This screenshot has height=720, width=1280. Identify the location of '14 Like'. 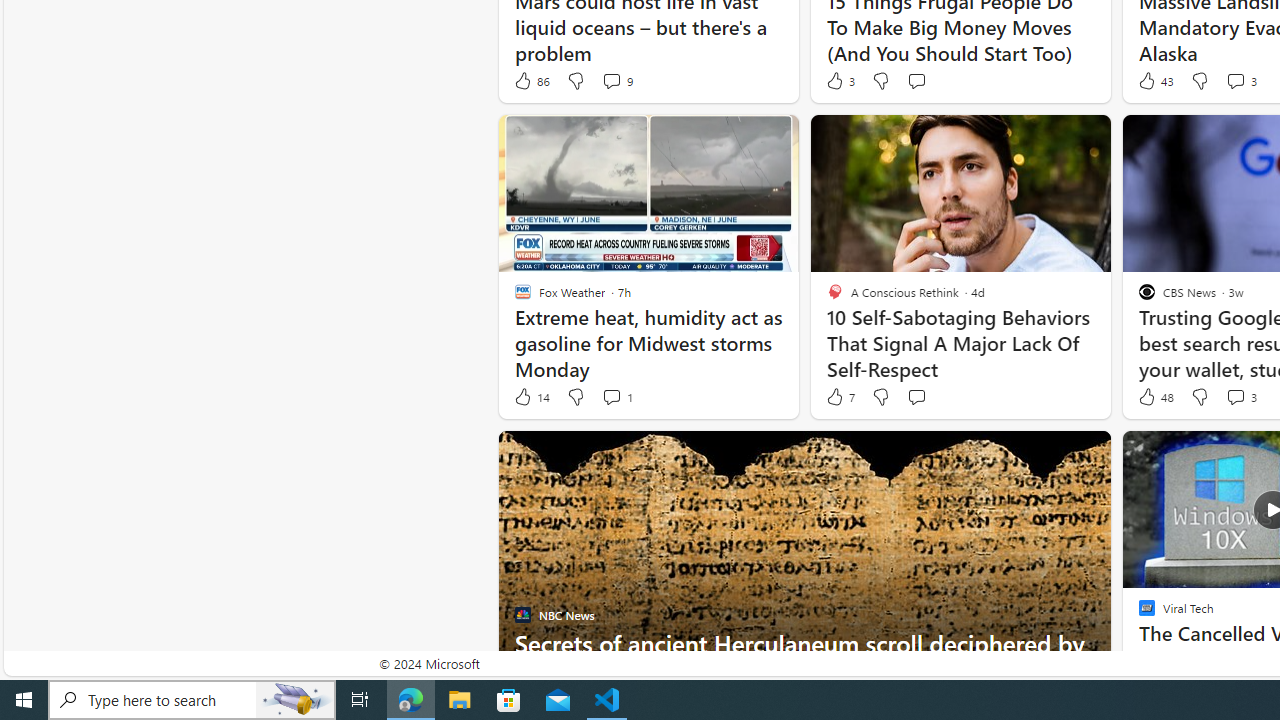
(531, 397).